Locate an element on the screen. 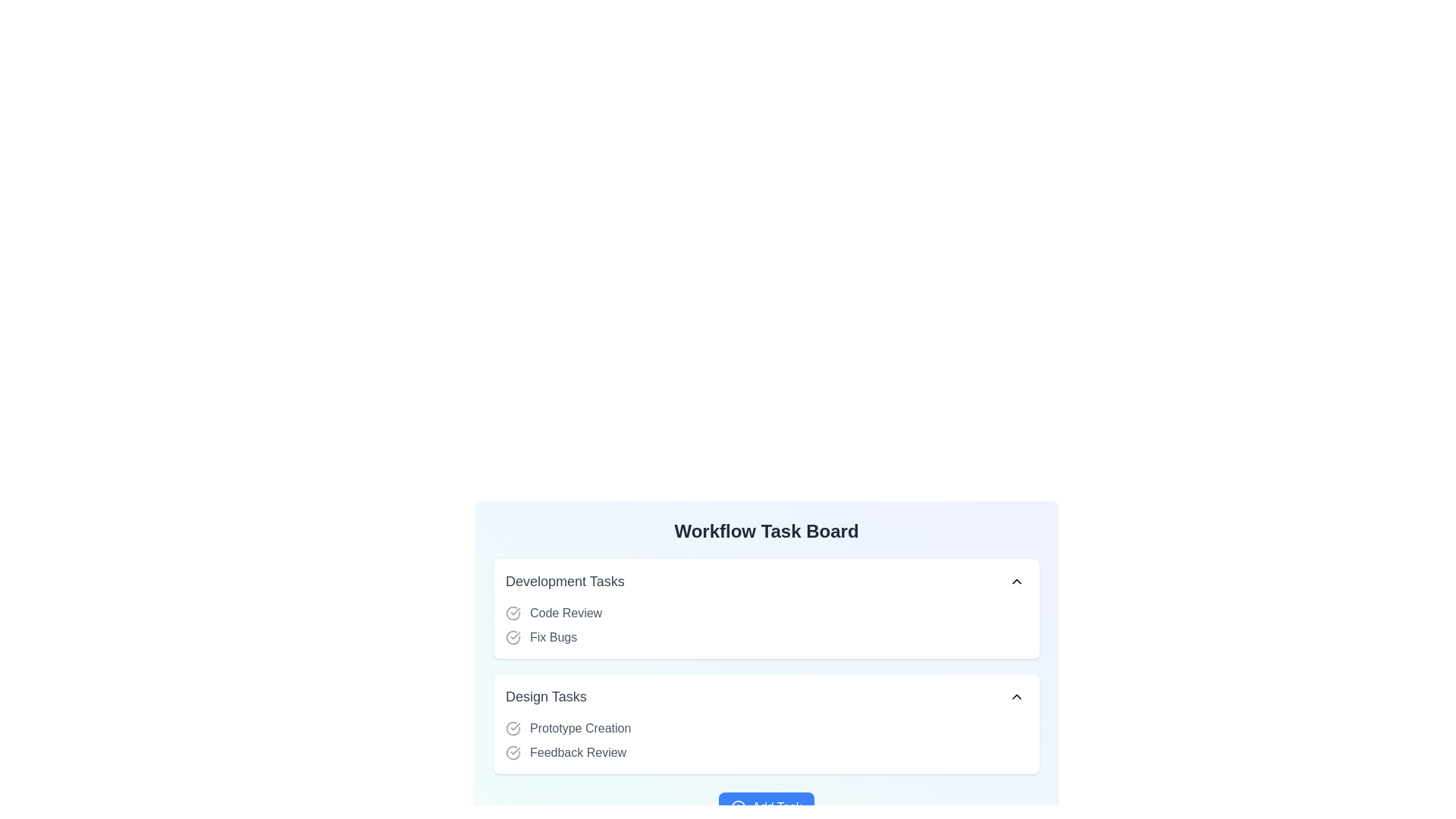  the content-collapse icon button located at the top-right corner of the 'Development Tasks' section on the workflow task board interface is located at coordinates (1016, 581).